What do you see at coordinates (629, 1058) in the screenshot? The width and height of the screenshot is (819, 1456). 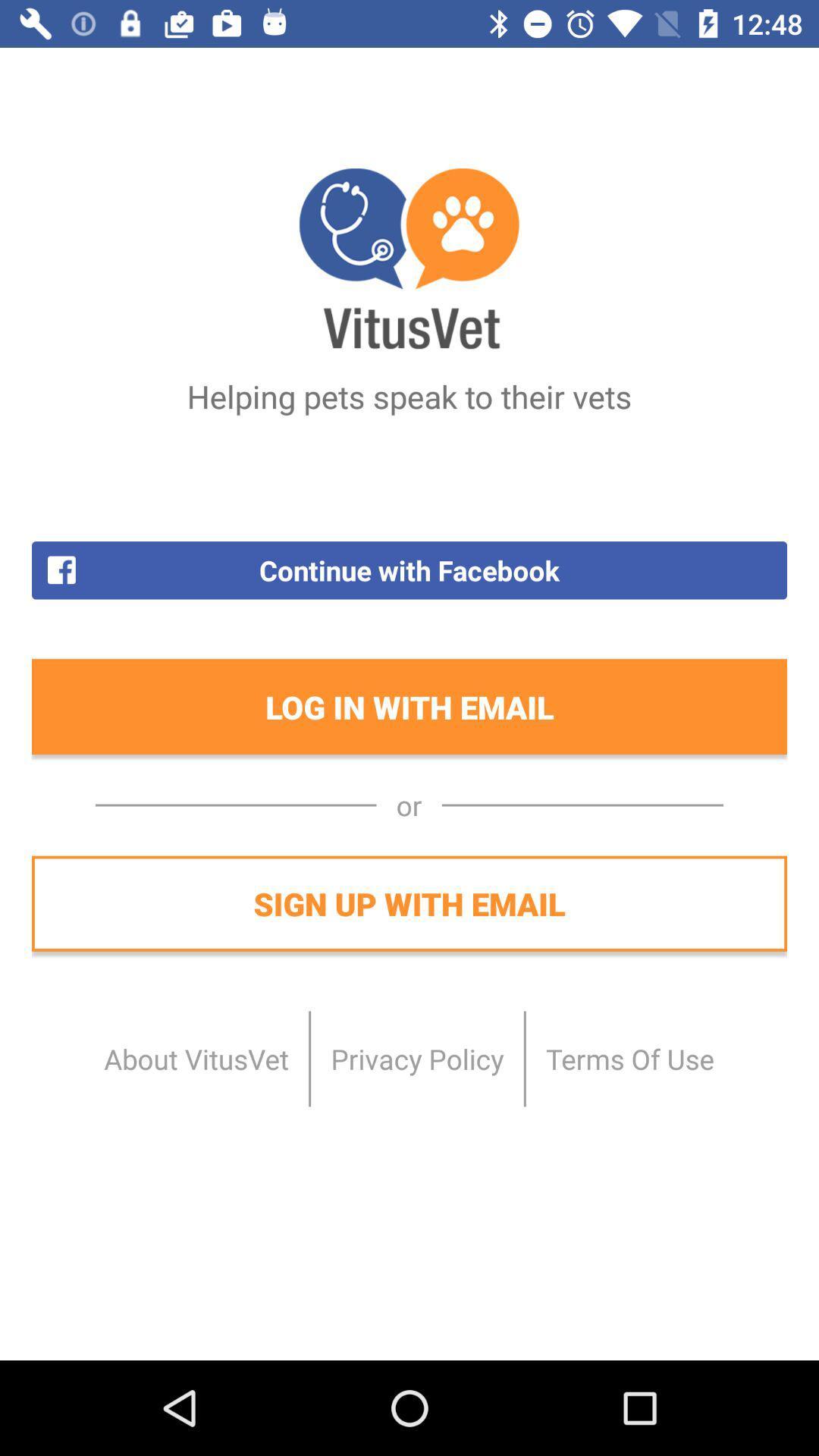 I see `the terms of use icon` at bounding box center [629, 1058].